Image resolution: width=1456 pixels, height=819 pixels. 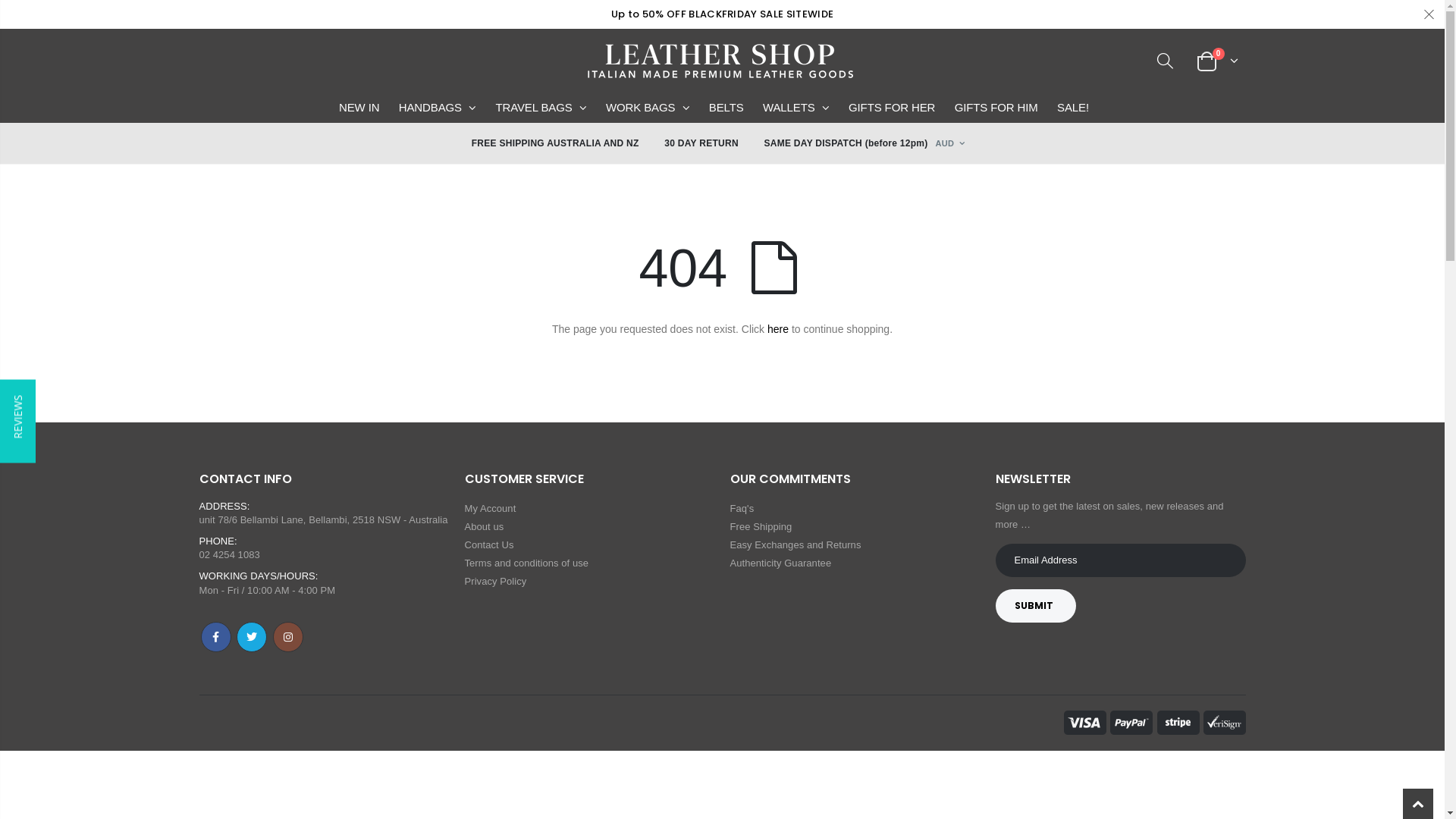 What do you see at coordinates (899, 102) in the screenshot?
I see `'GIFTS FOR HER'` at bounding box center [899, 102].